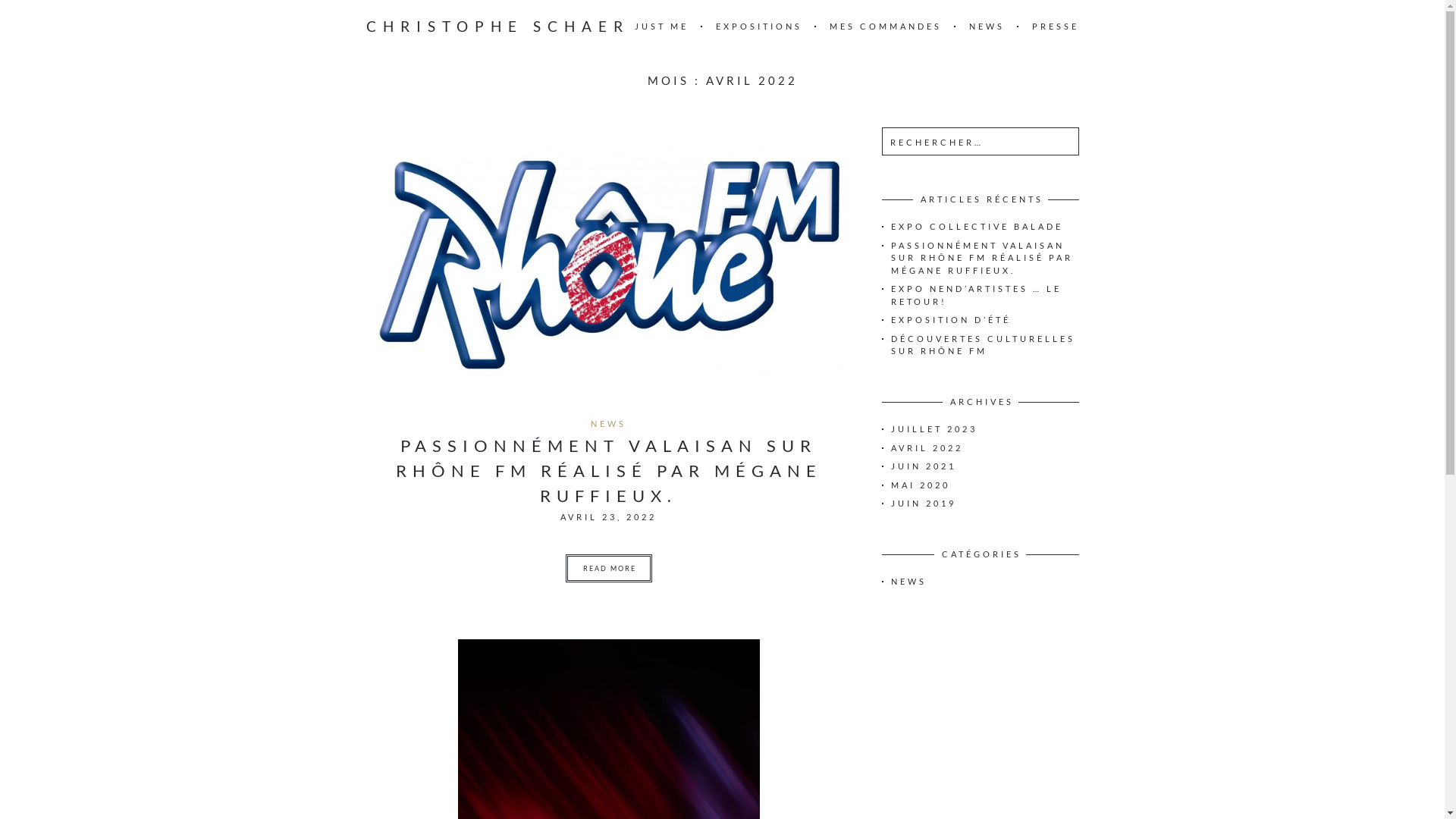 The width and height of the screenshot is (1456, 819). Describe the element at coordinates (497, 27) in the screenshot. I see `'CHRISTOPHE SCHAER'` at that location.